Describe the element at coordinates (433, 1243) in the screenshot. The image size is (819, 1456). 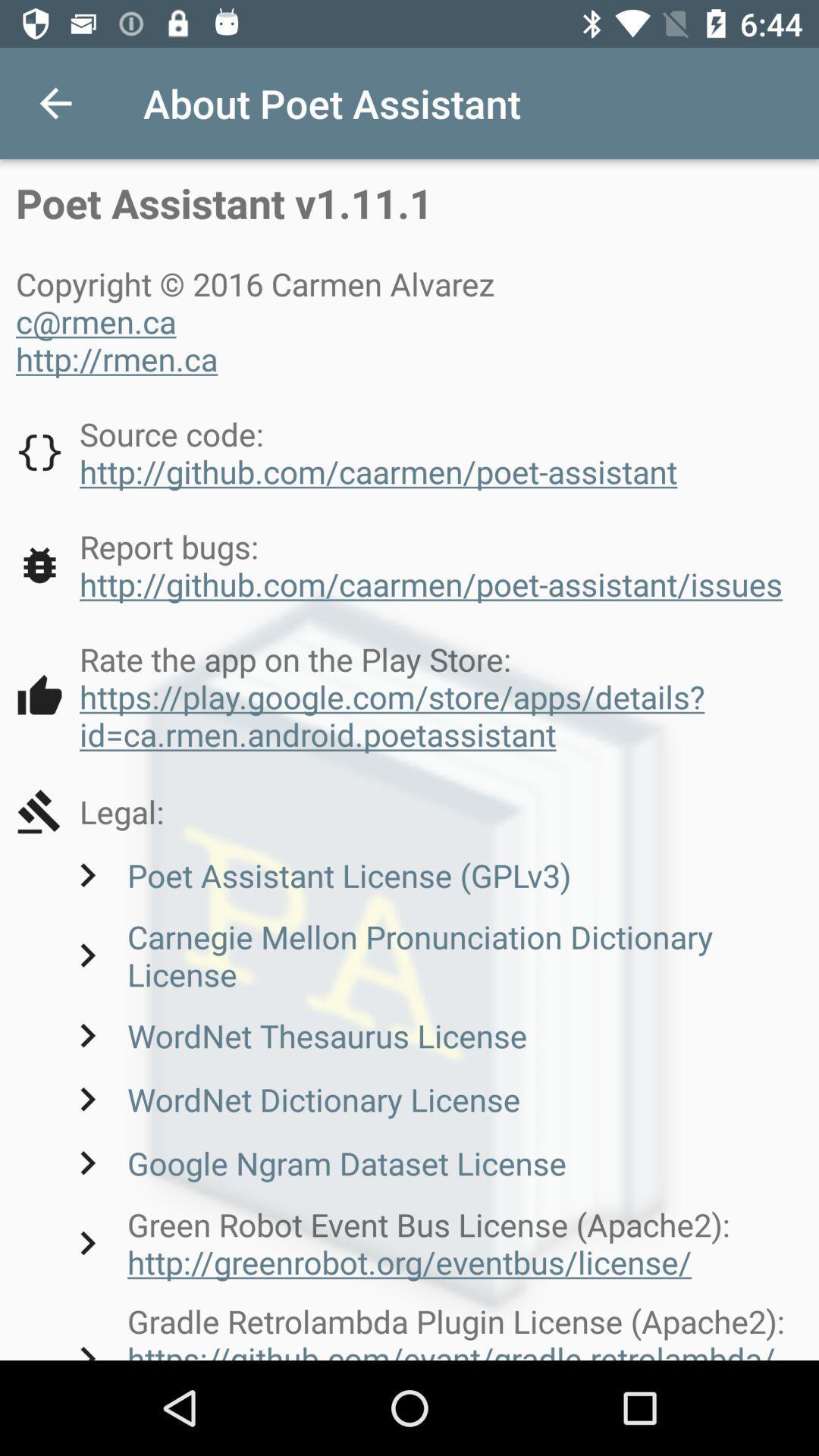
I see `item below google ngram dataset item` at that location.